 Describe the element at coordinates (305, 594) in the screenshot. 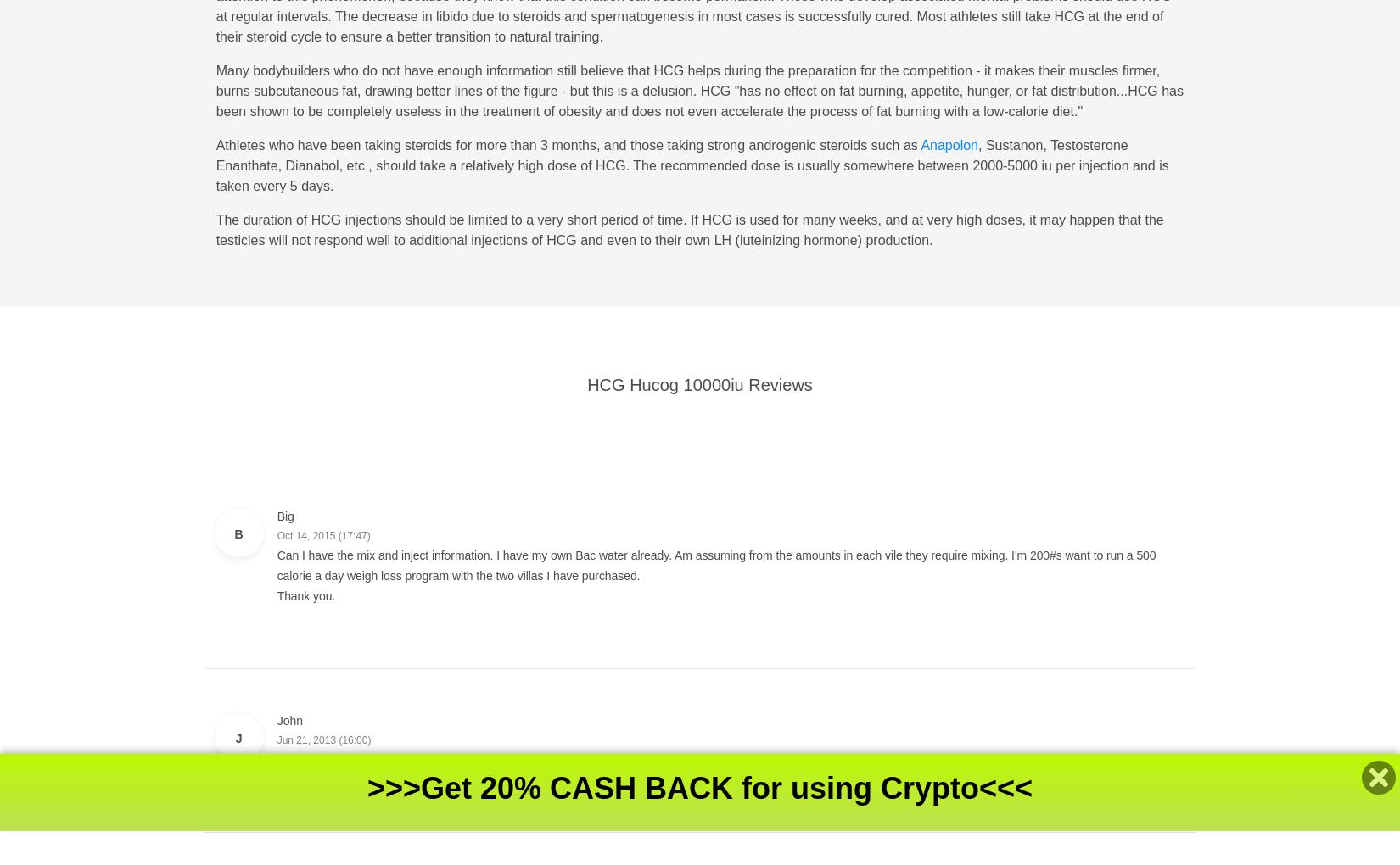

I see `'Thank you.'` at that location.